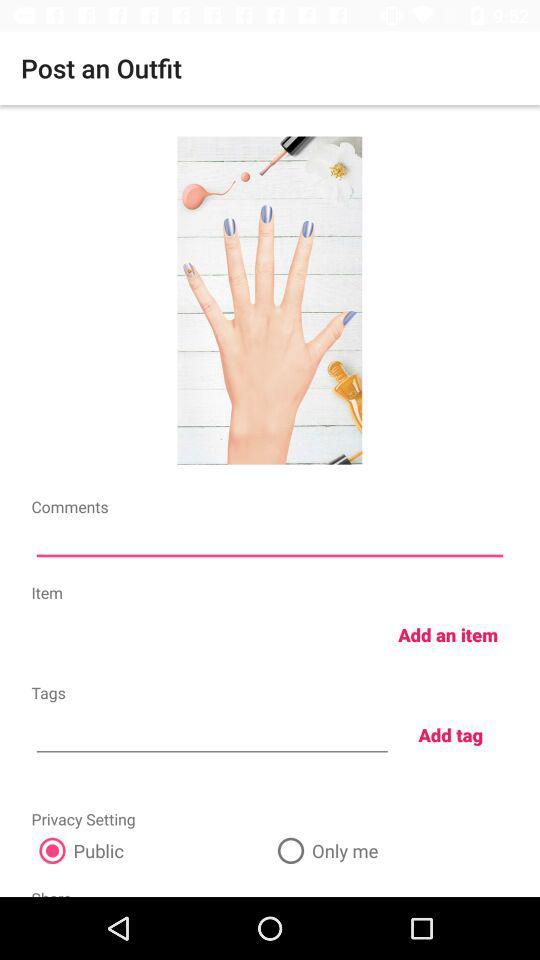 The image size is (540, 960). I want to click on write tags, so click(211, 732).